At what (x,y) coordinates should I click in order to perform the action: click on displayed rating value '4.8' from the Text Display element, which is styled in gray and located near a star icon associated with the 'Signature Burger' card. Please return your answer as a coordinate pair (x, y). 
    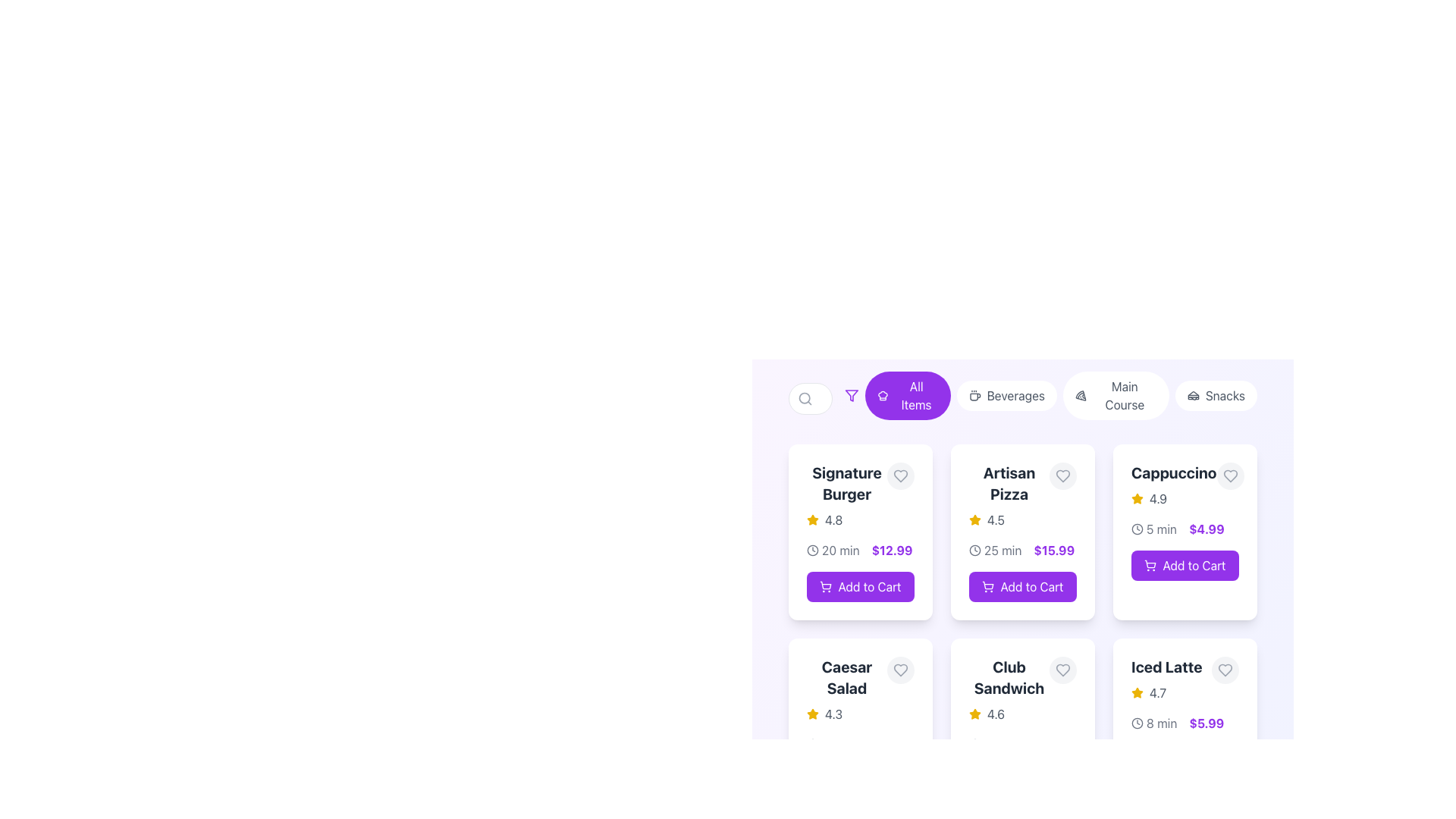
    Looking at the image, I should click on (833, 519).